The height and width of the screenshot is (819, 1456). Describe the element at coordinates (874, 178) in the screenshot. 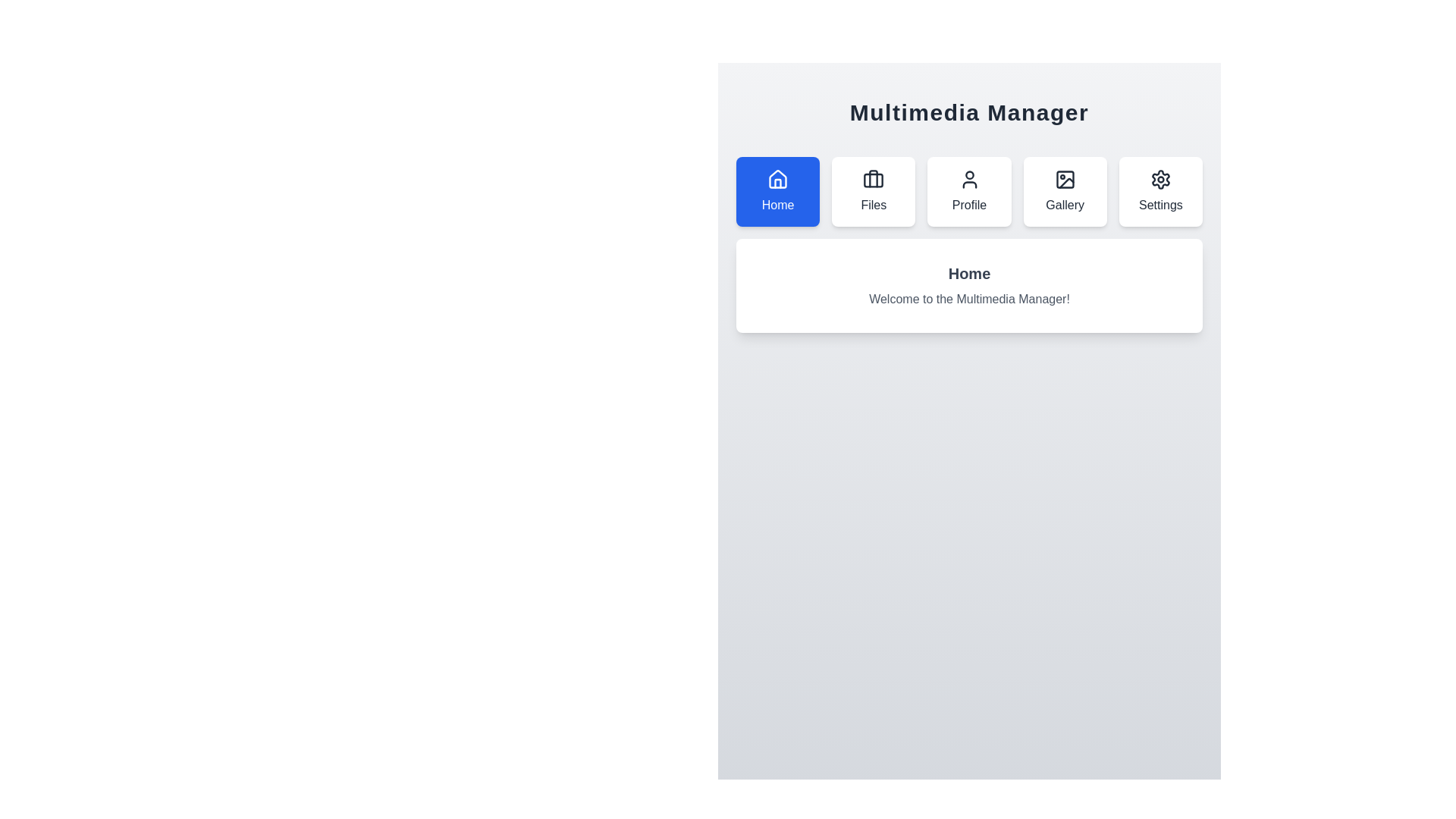

I see `the briefcase icon located within the 'Files' button in the Multimedia Manager navigation row` at that location.